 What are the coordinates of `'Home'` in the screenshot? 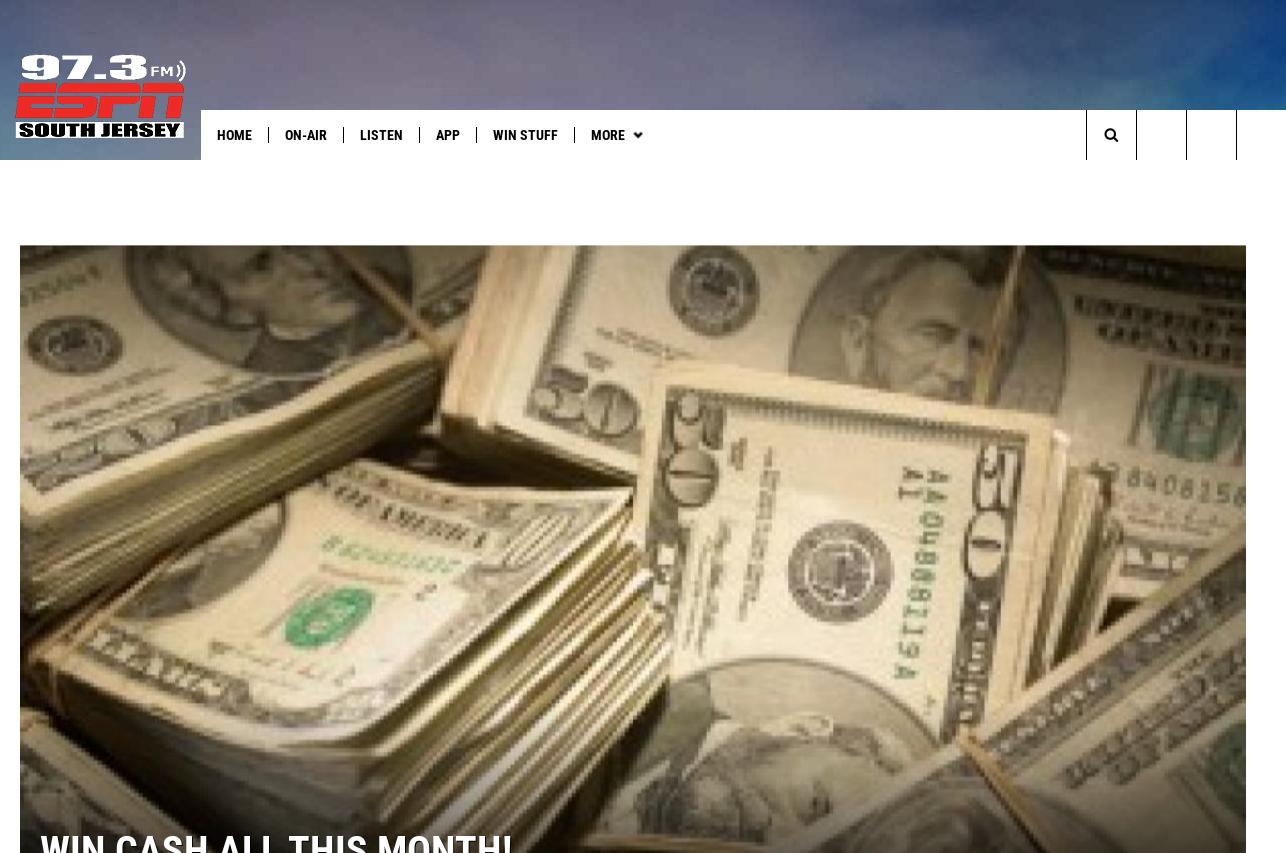 It's located at (234, 134).